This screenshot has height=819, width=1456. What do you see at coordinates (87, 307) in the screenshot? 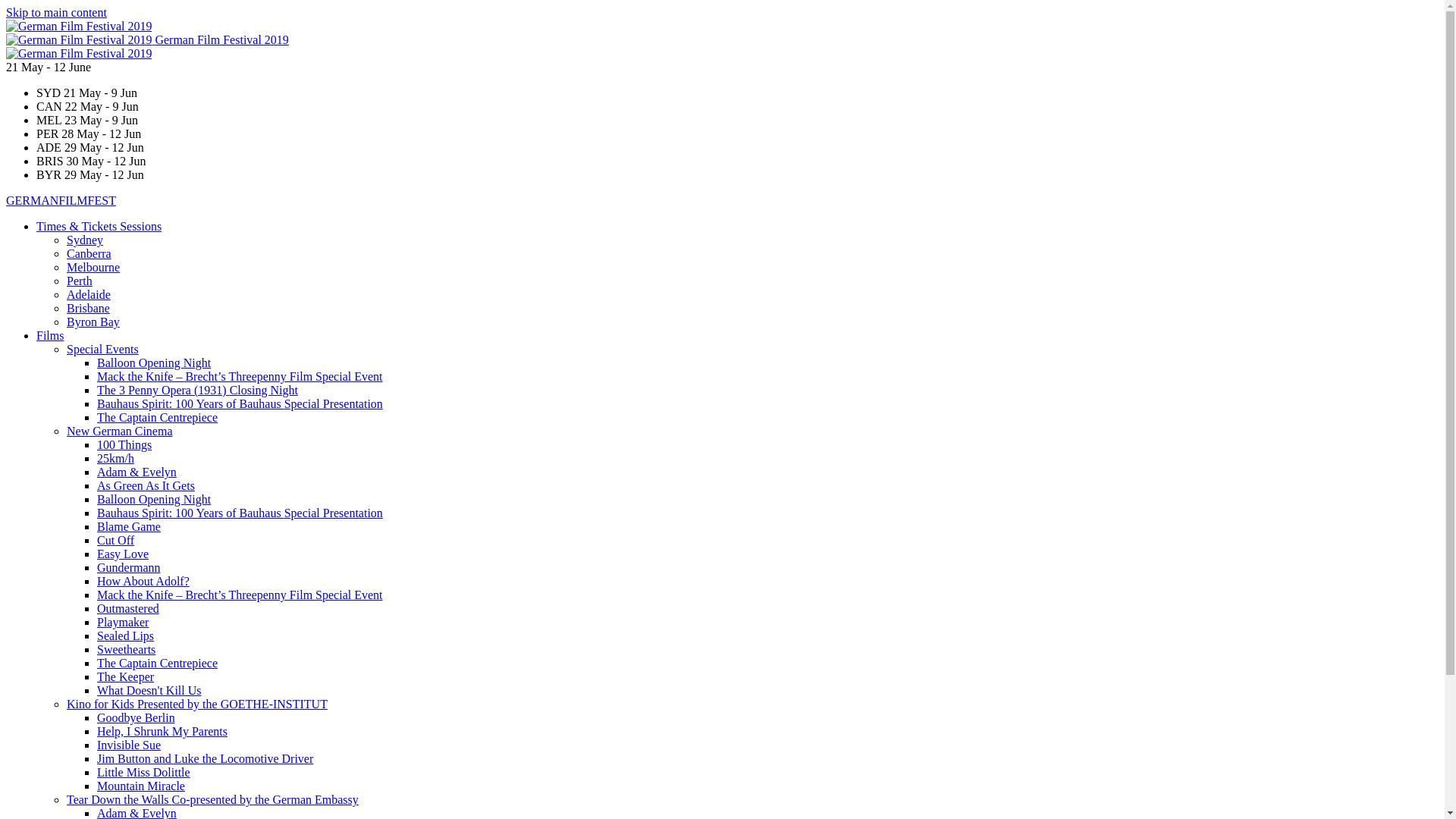
I see `'Brisbane'` at bounding box center [87, 307].